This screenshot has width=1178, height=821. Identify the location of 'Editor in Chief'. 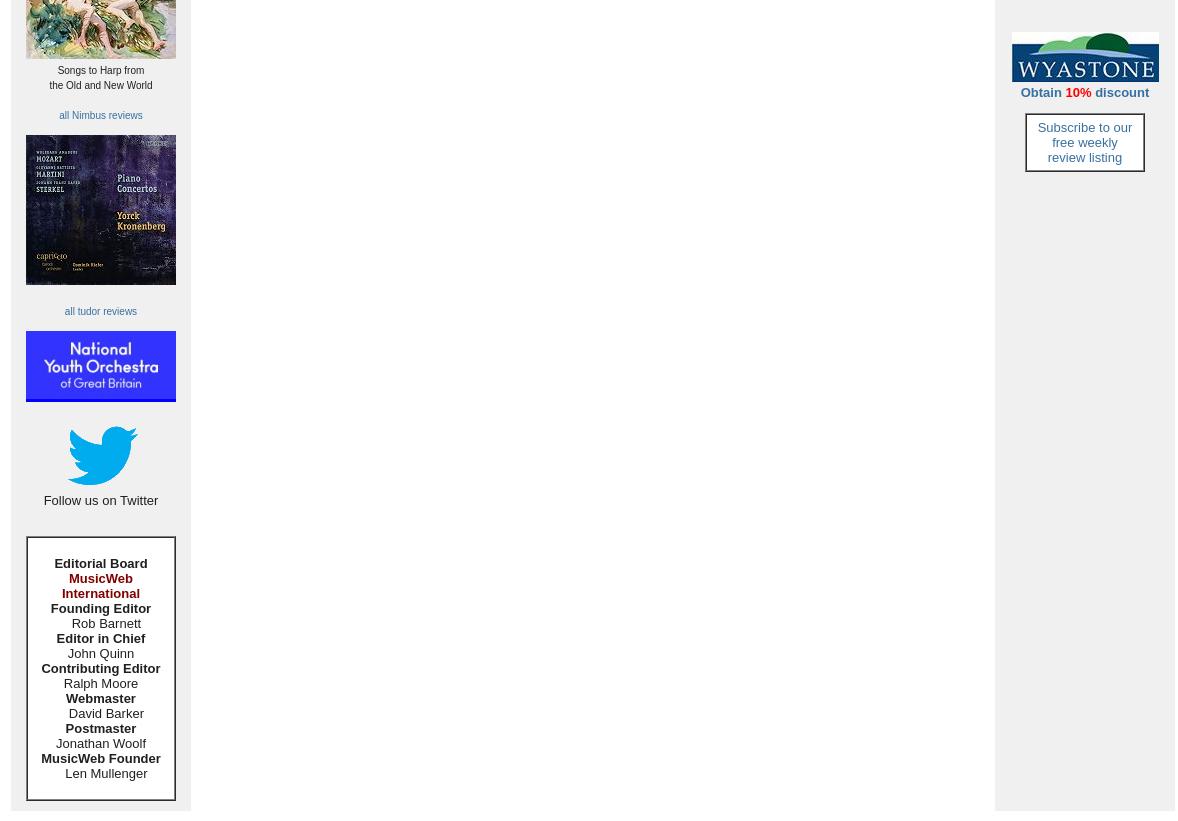
(99, 637).